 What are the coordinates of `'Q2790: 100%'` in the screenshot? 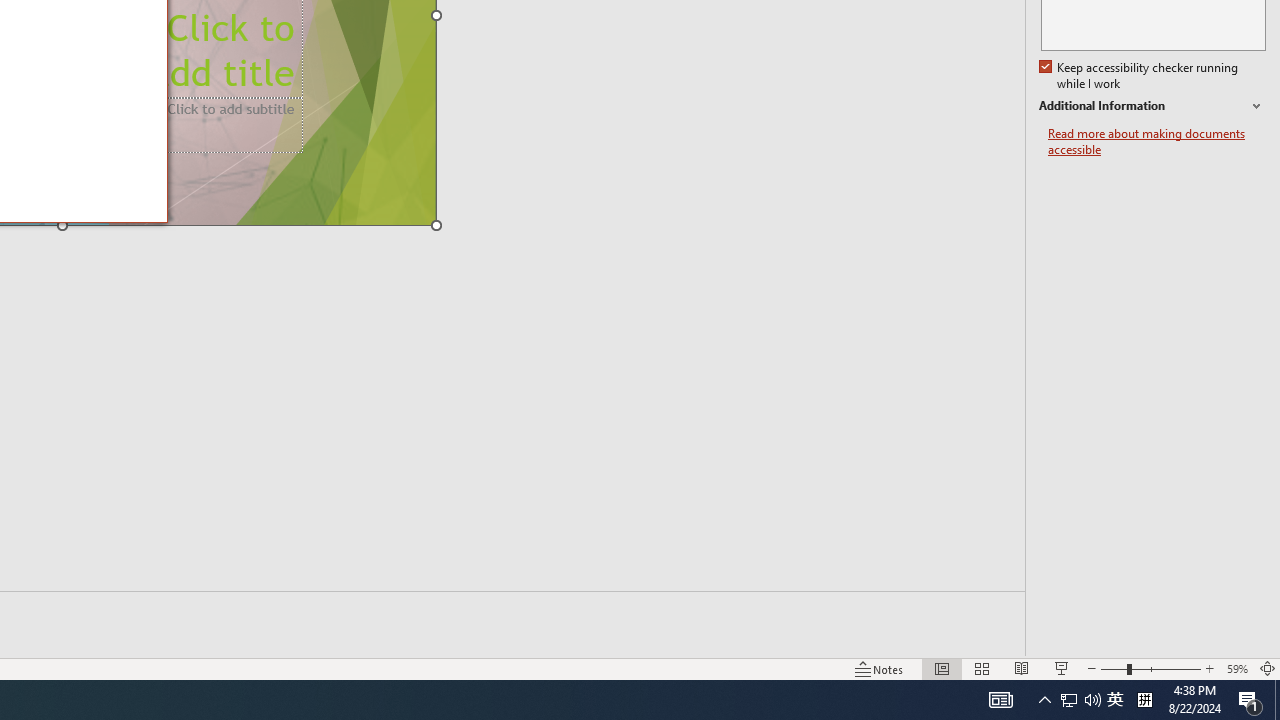 It's located at (1092, 698).